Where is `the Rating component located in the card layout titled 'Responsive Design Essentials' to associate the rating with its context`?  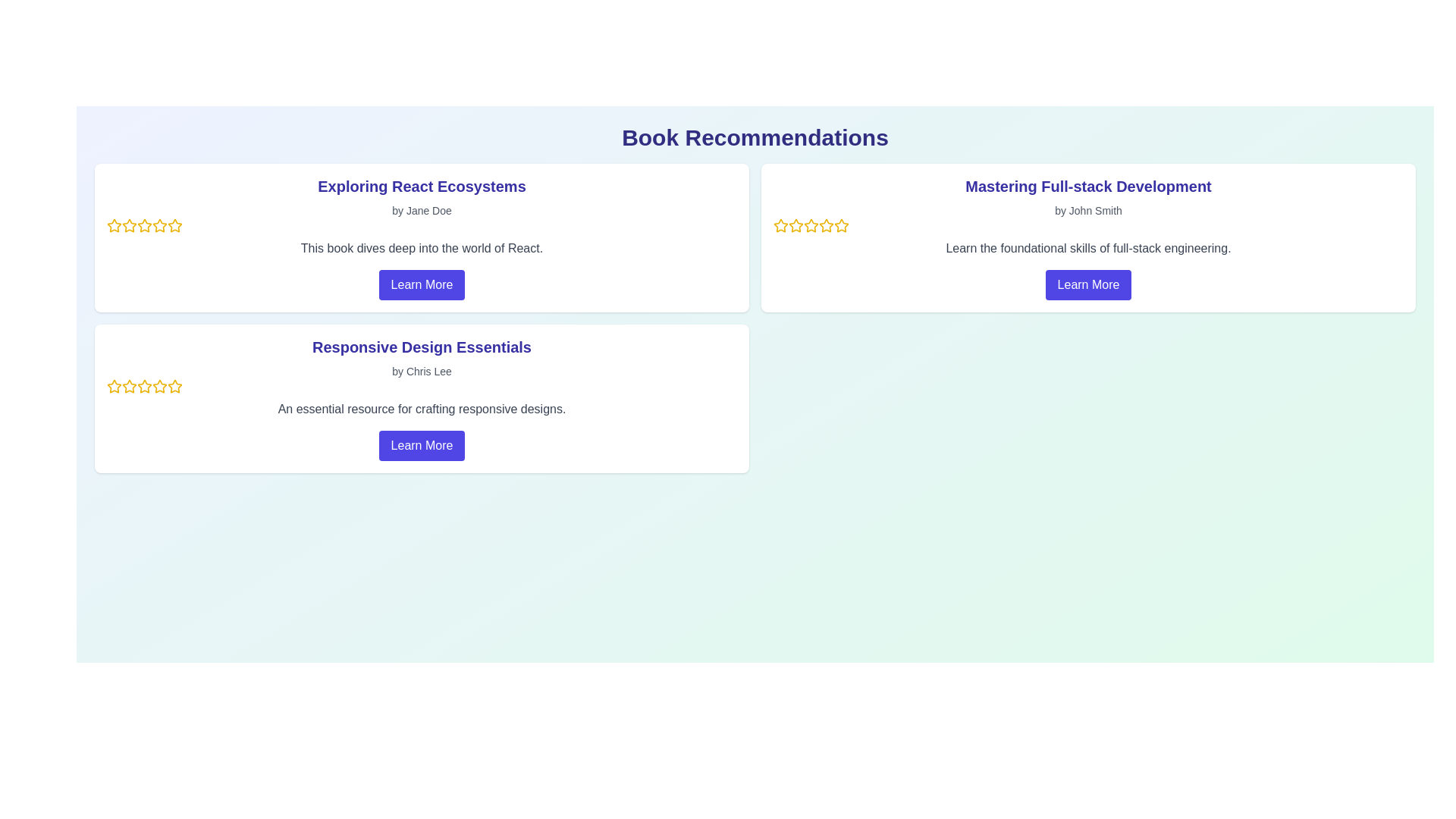 the Rating component located in the card layout titled 'Responsive Design Essentials' to associate the rating with its context is located at coordinates (422, 385).